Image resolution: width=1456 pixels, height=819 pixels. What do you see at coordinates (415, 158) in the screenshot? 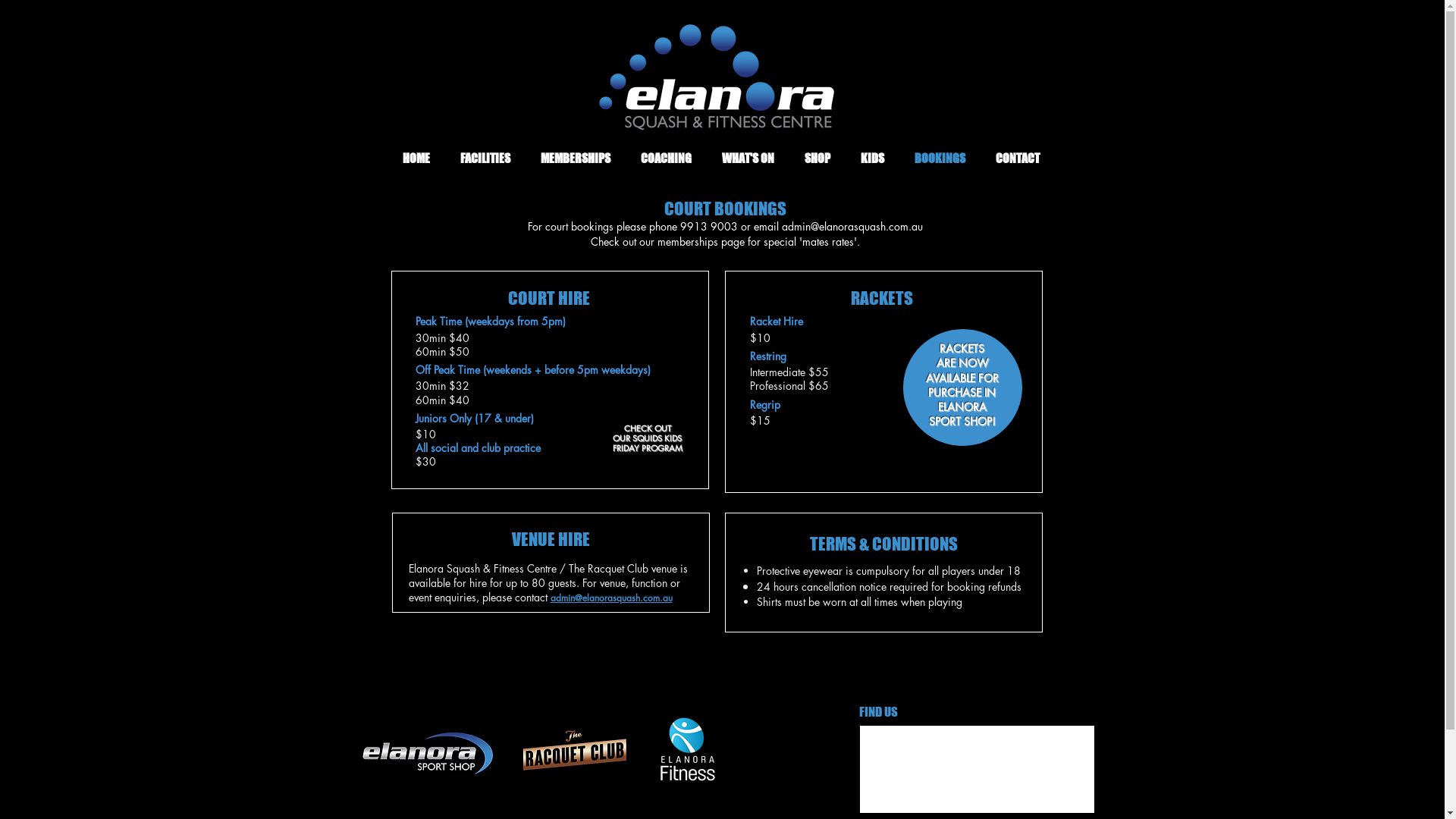
I see `'HOME'` at bounding box center [415, 158].